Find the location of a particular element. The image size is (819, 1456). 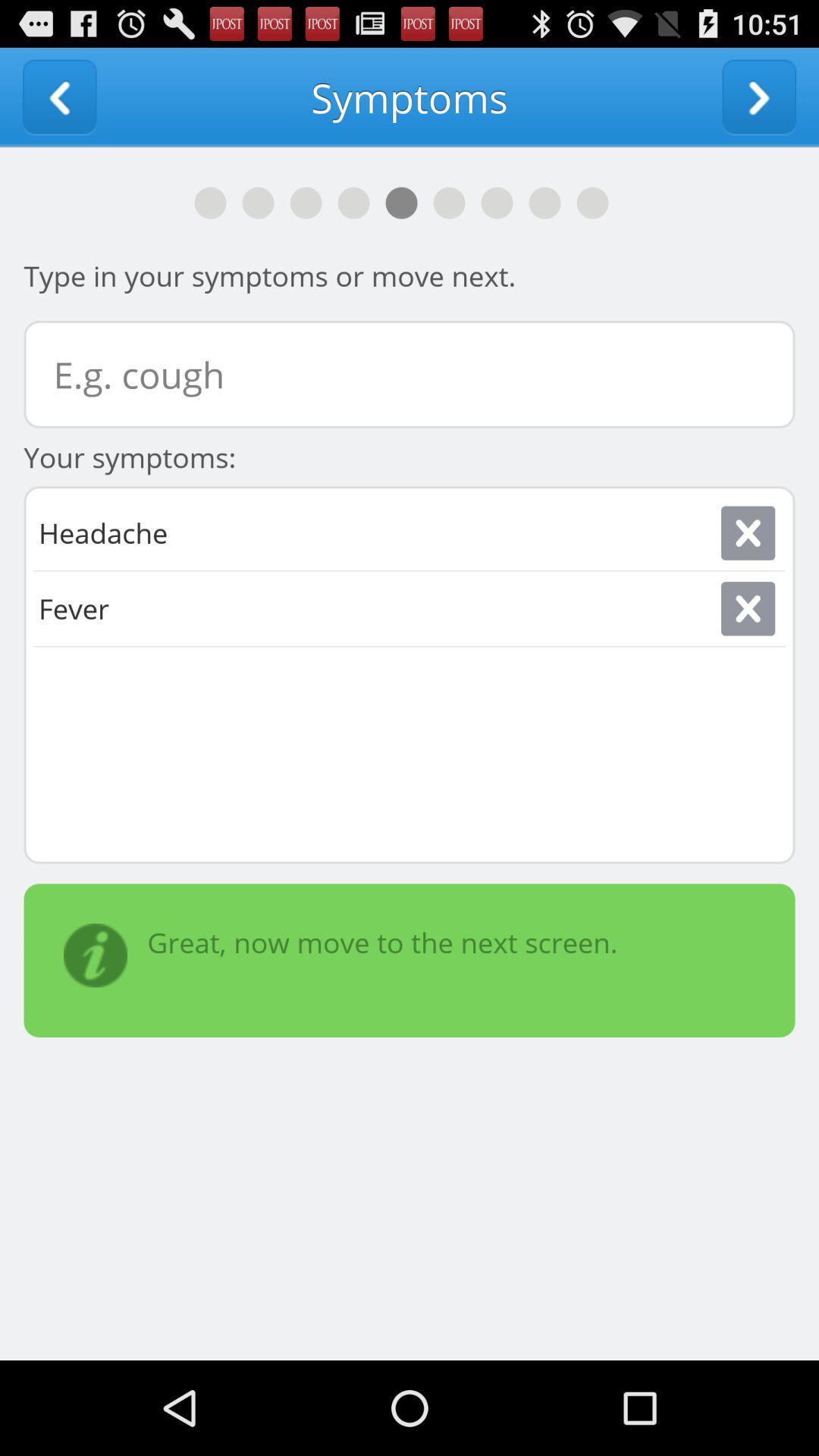

close is located at coordinates (747, 533).